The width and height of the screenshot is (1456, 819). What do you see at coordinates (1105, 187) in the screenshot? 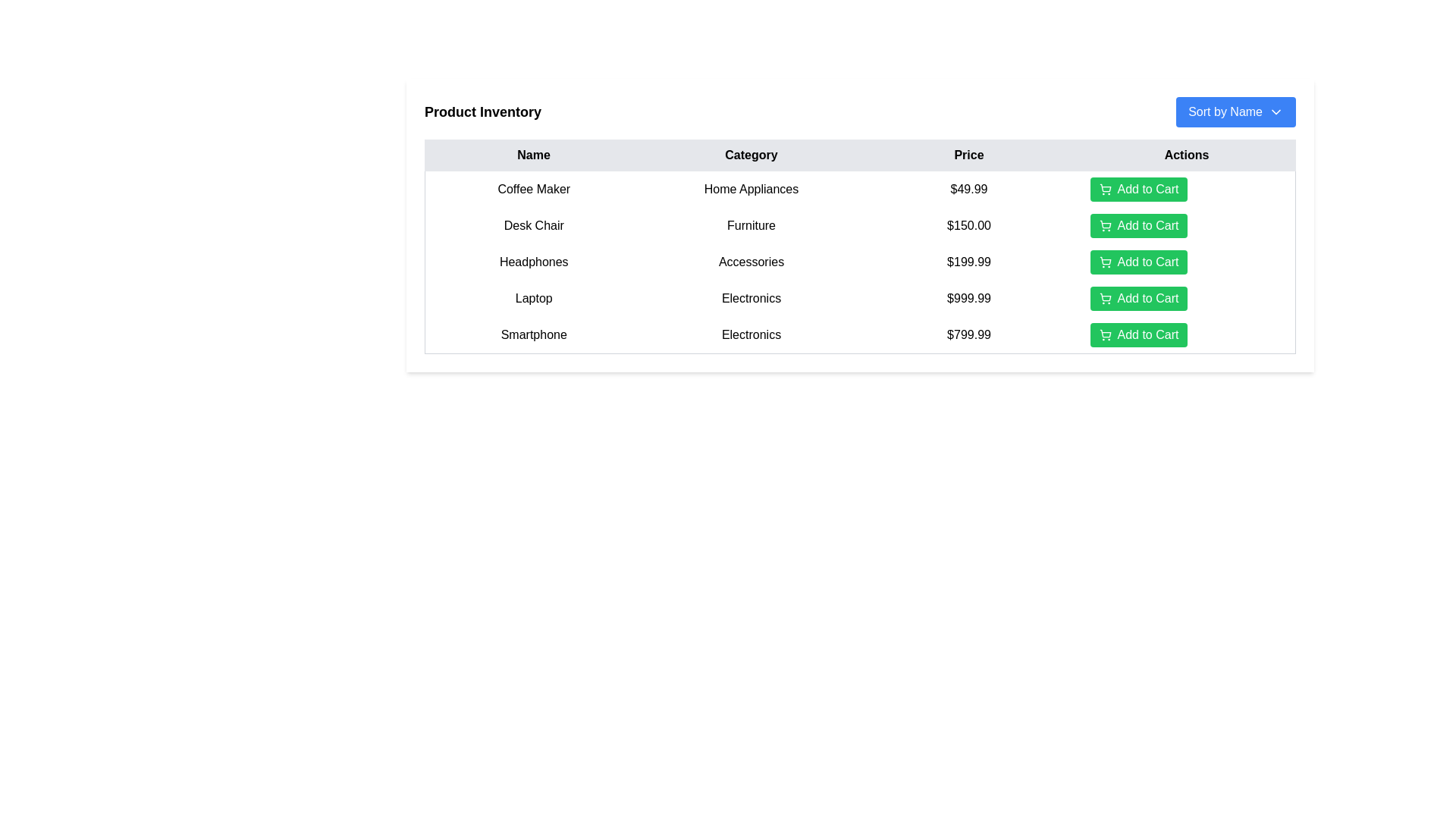
I see `the larger button area containing the stylized shopping cart icon representing the cart's body structure, located in the 'Actions' column of the table for the 'Coffee Maker' product` at bounding box center [1105, 187].